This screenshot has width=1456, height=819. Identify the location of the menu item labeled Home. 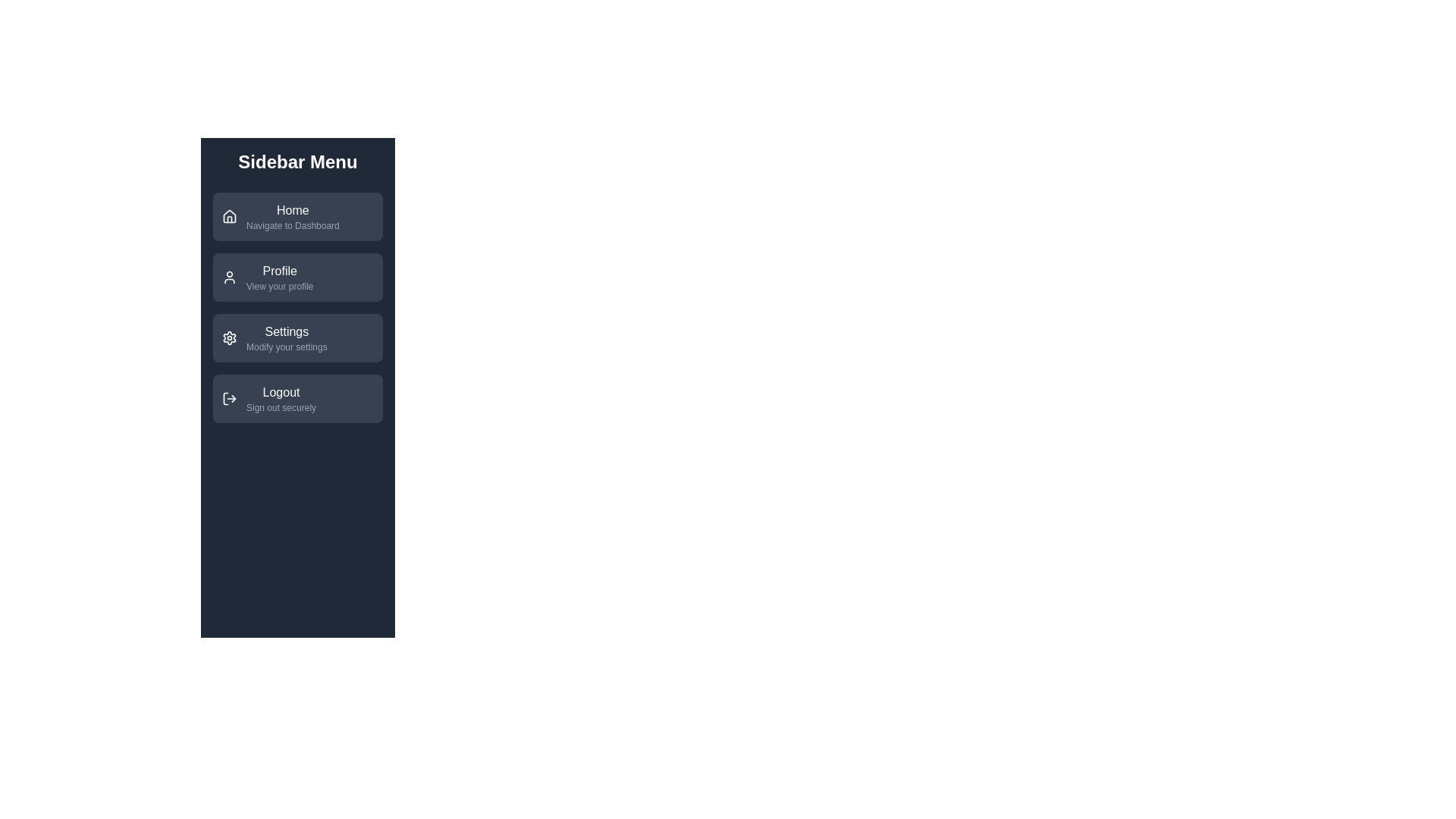
(298, 216).